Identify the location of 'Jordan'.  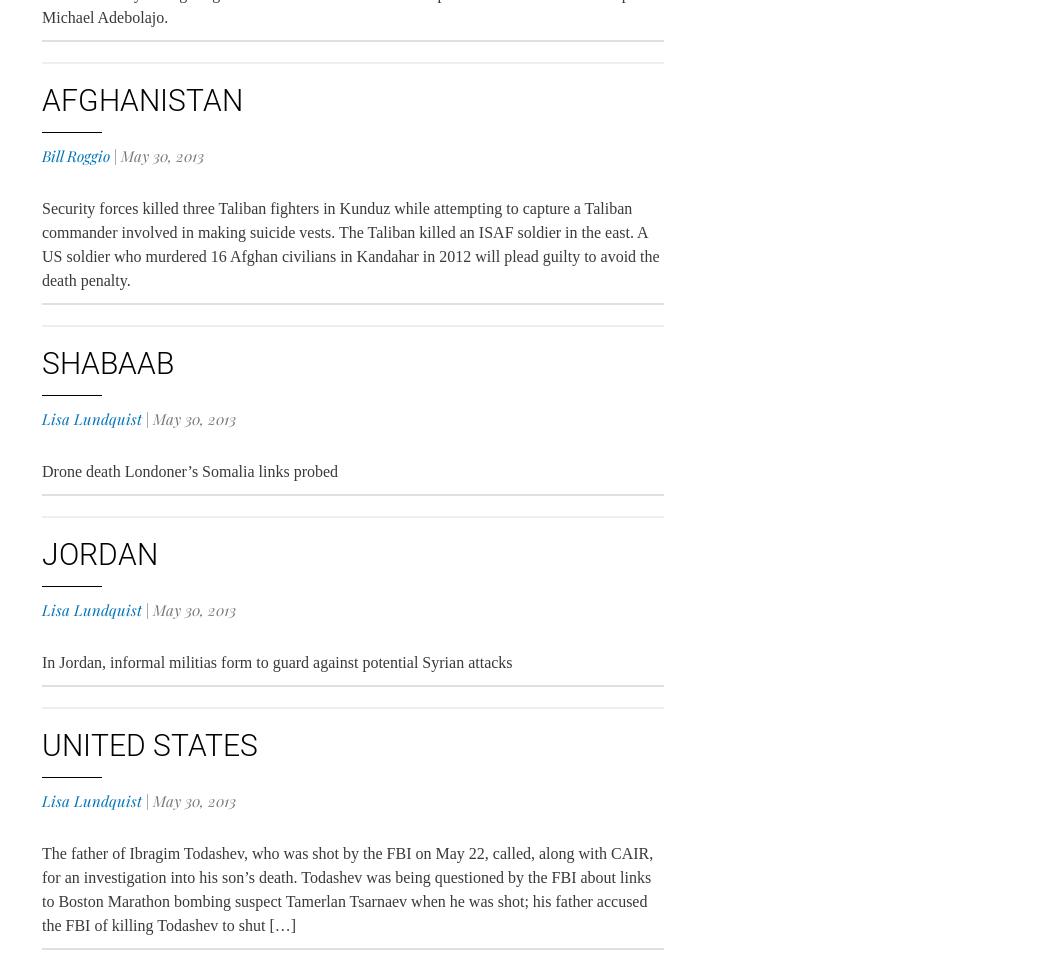
(40, 554).